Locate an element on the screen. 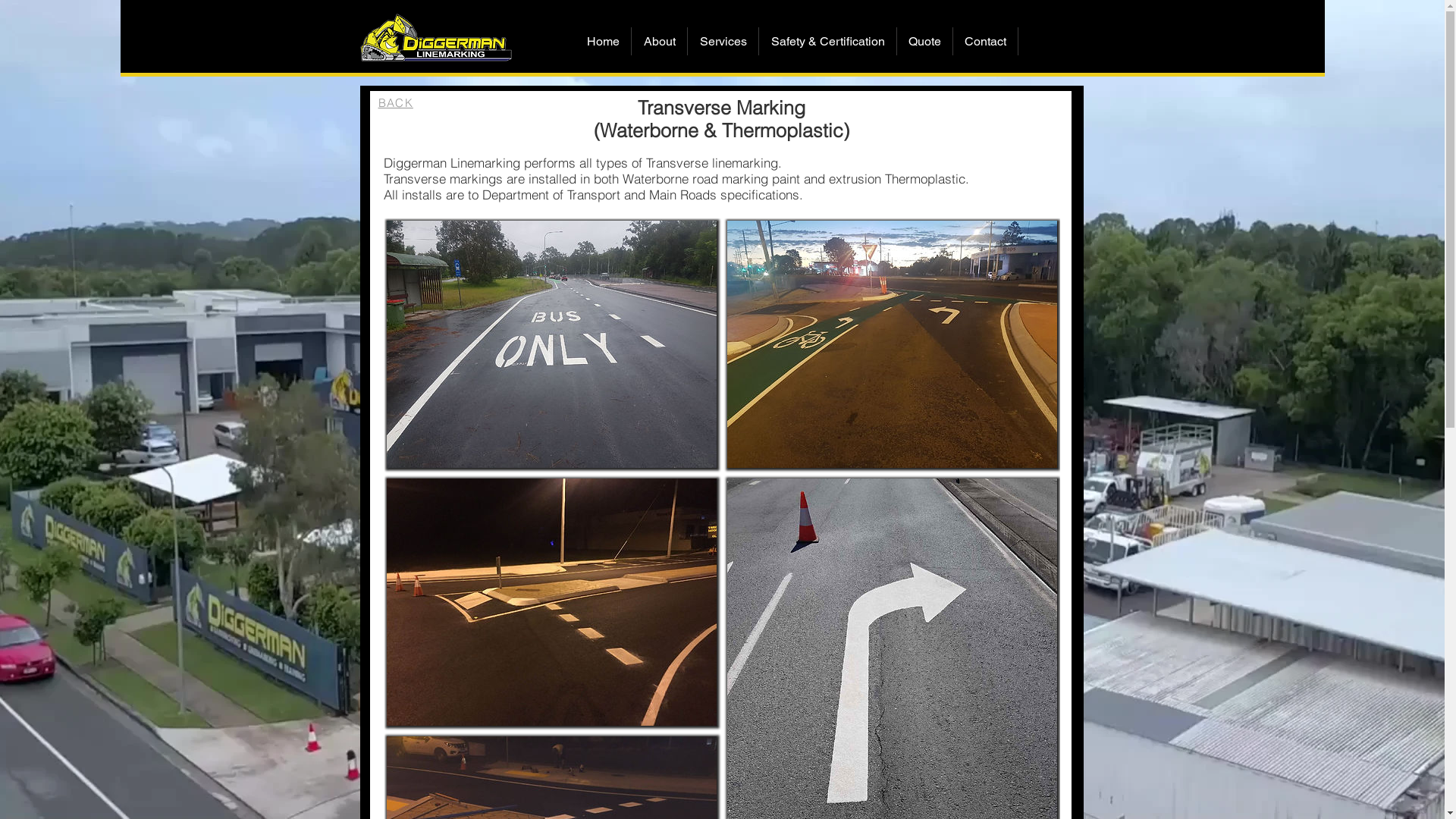  'About' is located at coordinates (659, 40).